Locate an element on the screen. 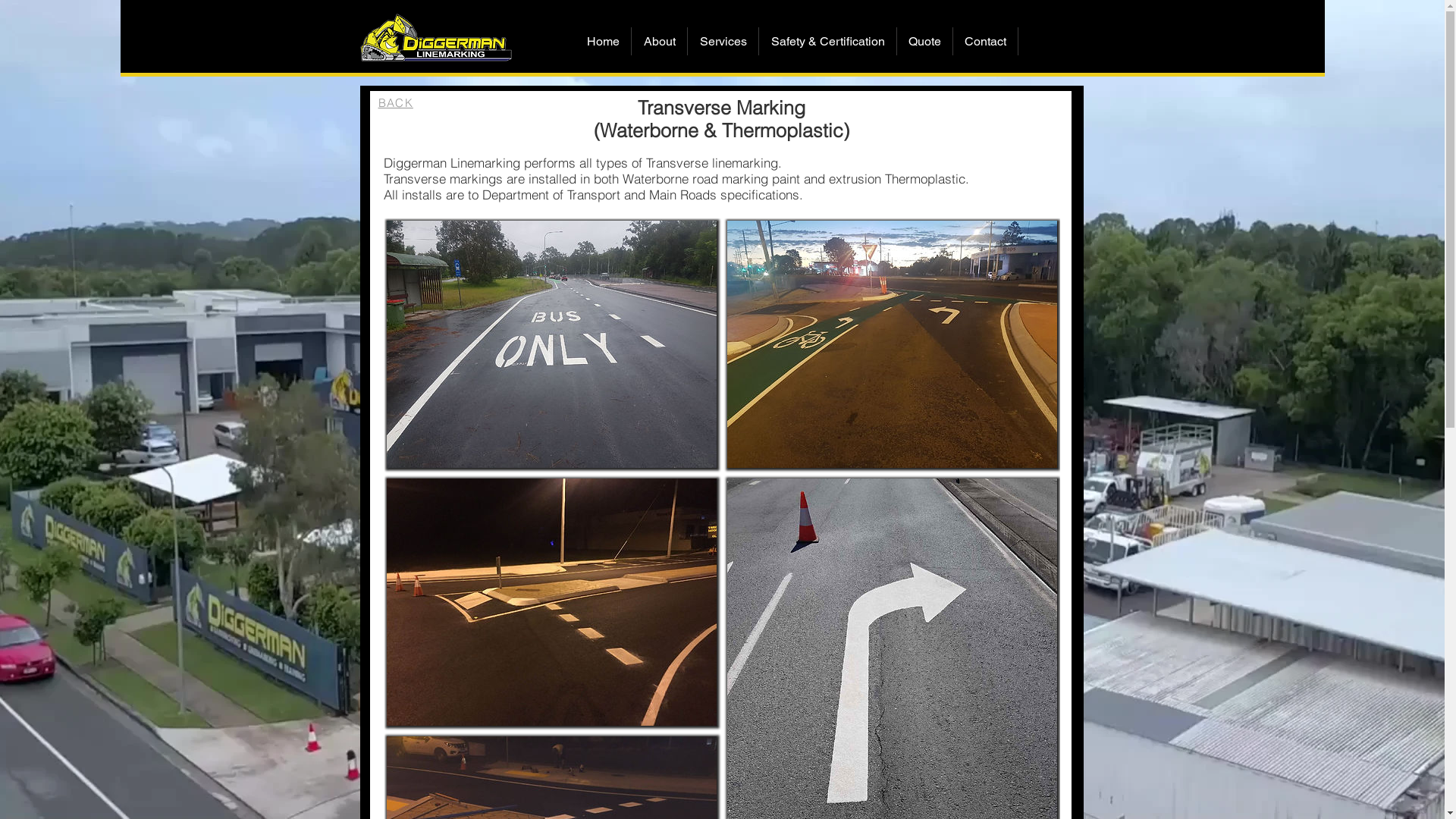  'About' is located at coordinates (659, 40).